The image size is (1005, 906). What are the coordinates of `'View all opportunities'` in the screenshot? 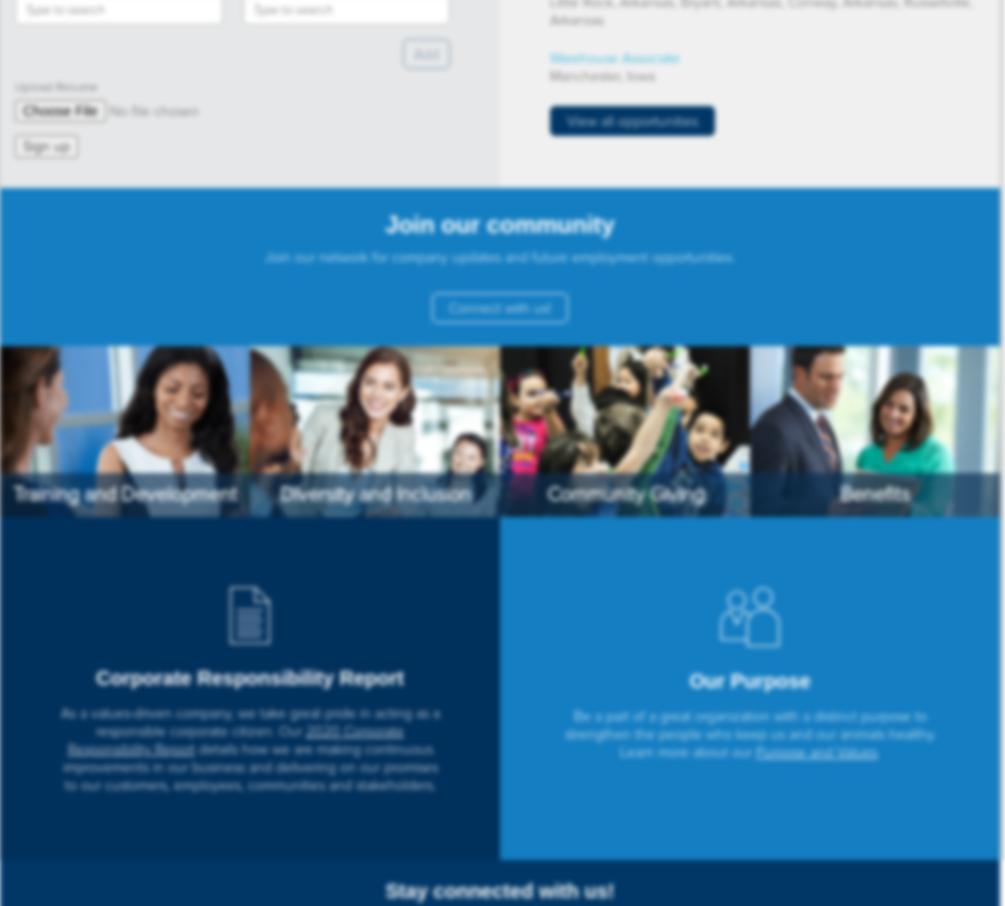 It's located at (566, 120).